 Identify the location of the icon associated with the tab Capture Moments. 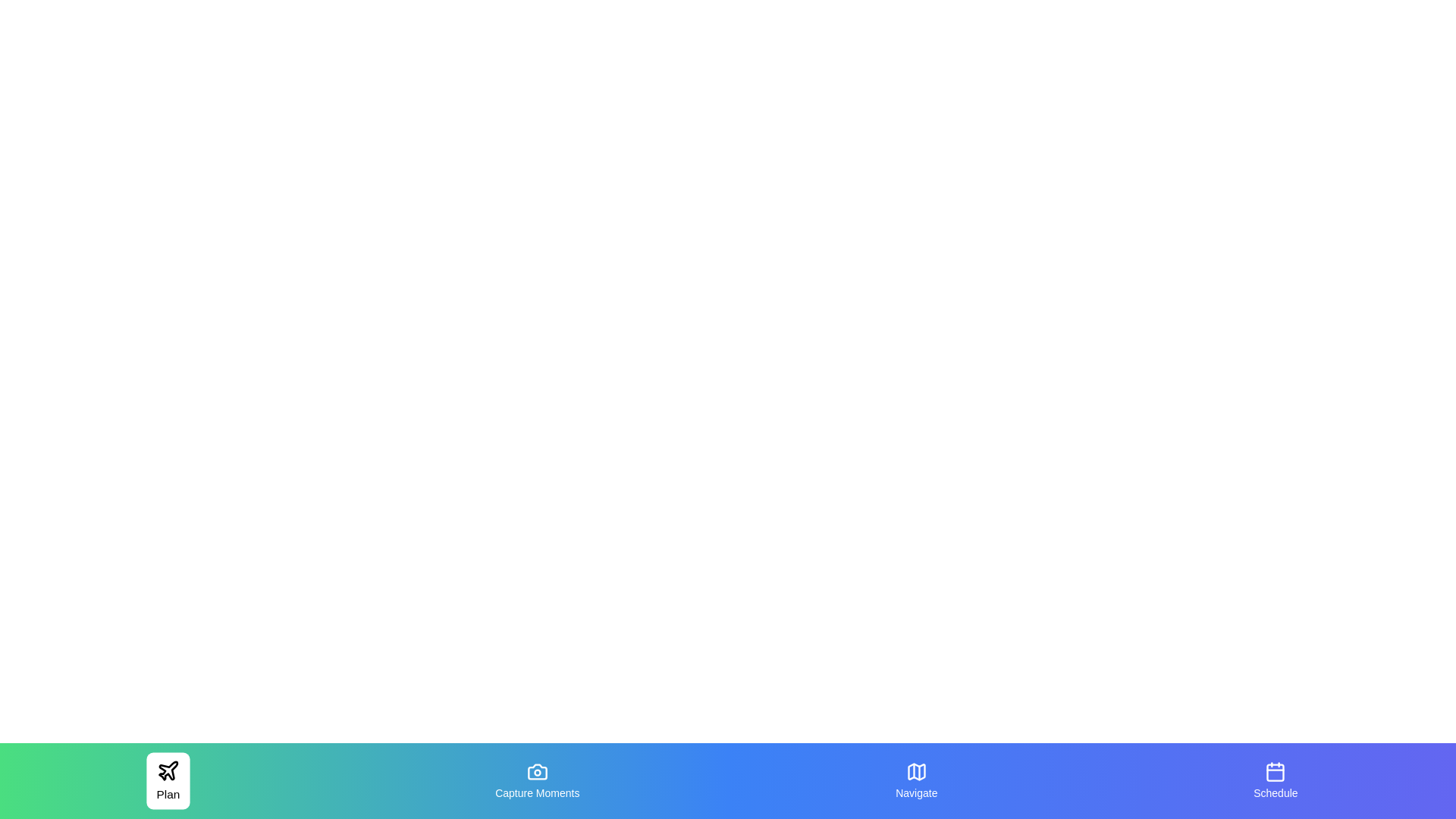
(537, 772).